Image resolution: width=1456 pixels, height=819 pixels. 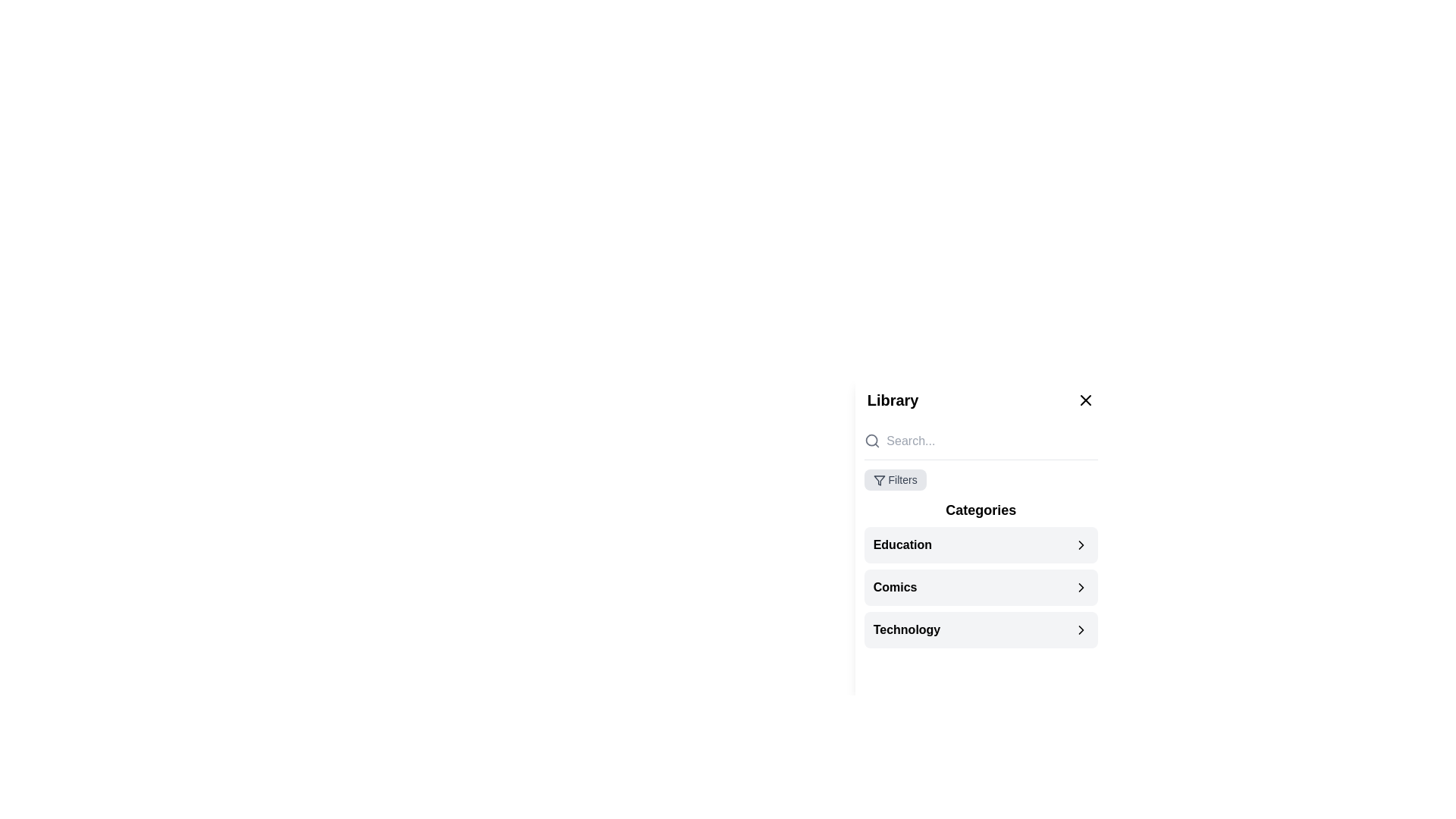 I want to click on the search icon located on the left side of the search bar, which visually indicates the search feature, so click(x=872, y=441).